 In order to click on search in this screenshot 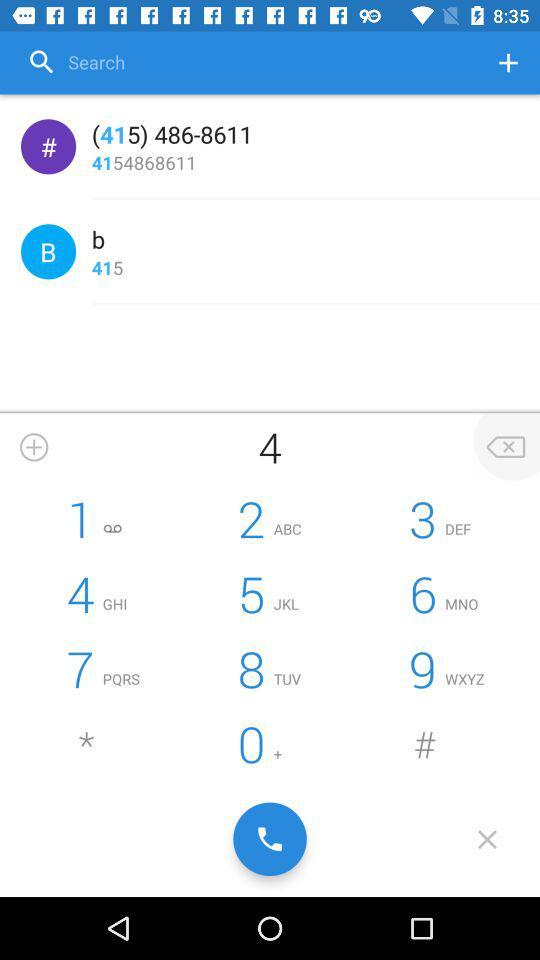, I will do `click(248, 62)`.